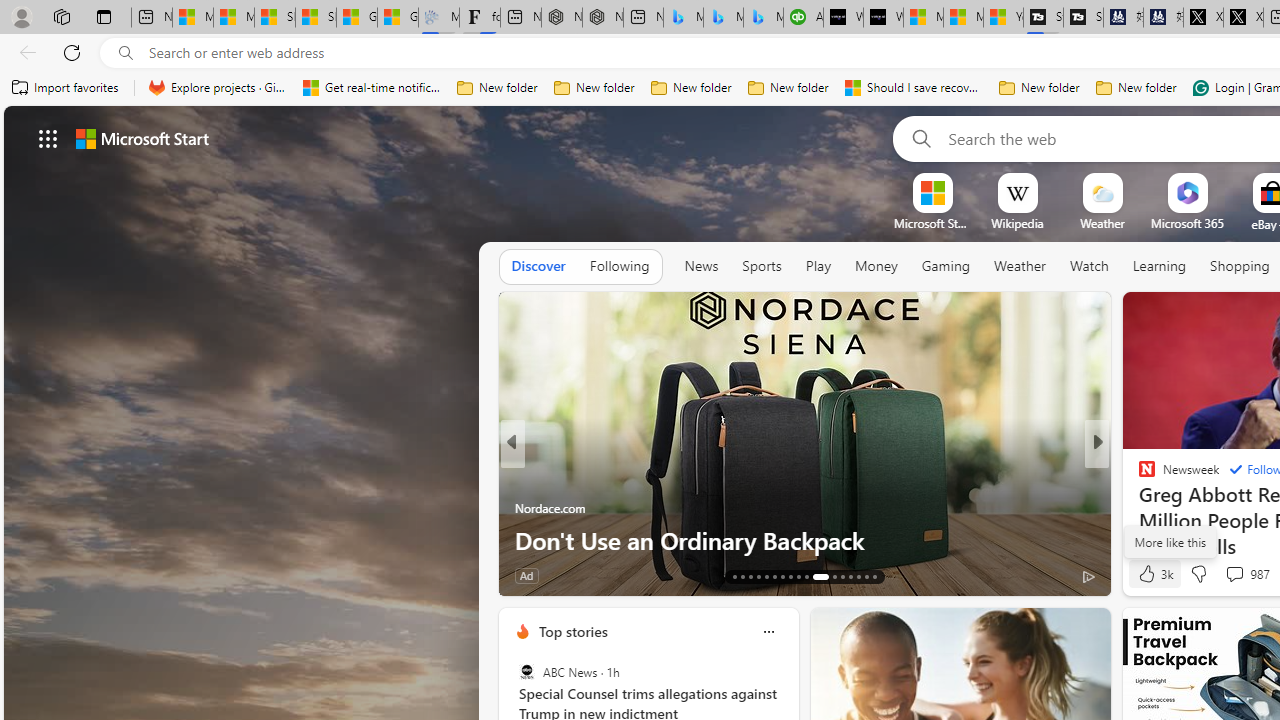  What do you see at coordinates (774, 577) in the screenshot?
I see `'AutomationID: tab-18'` at bounding box center [774, 577].